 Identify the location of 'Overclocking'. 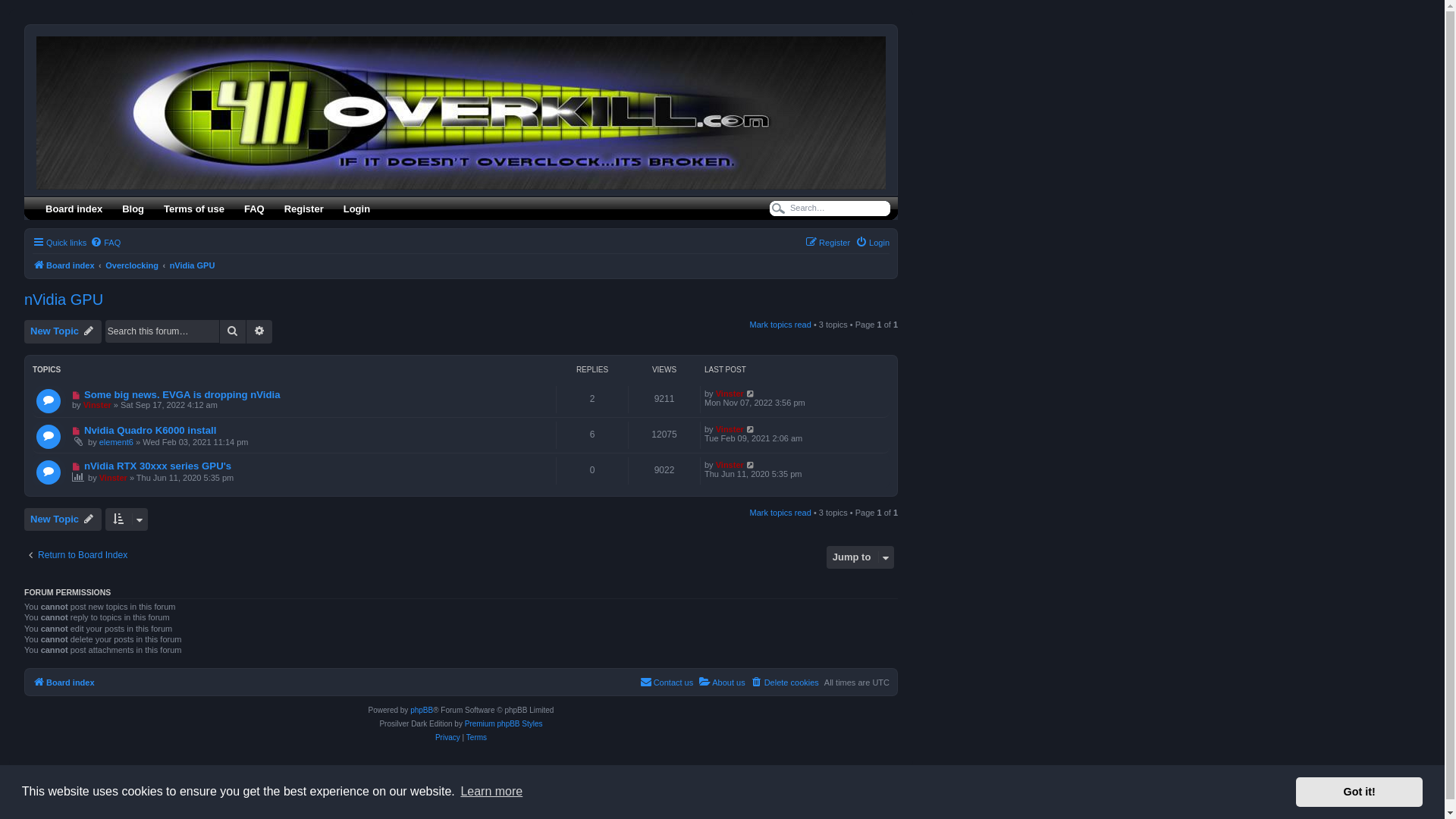
(131, 265).